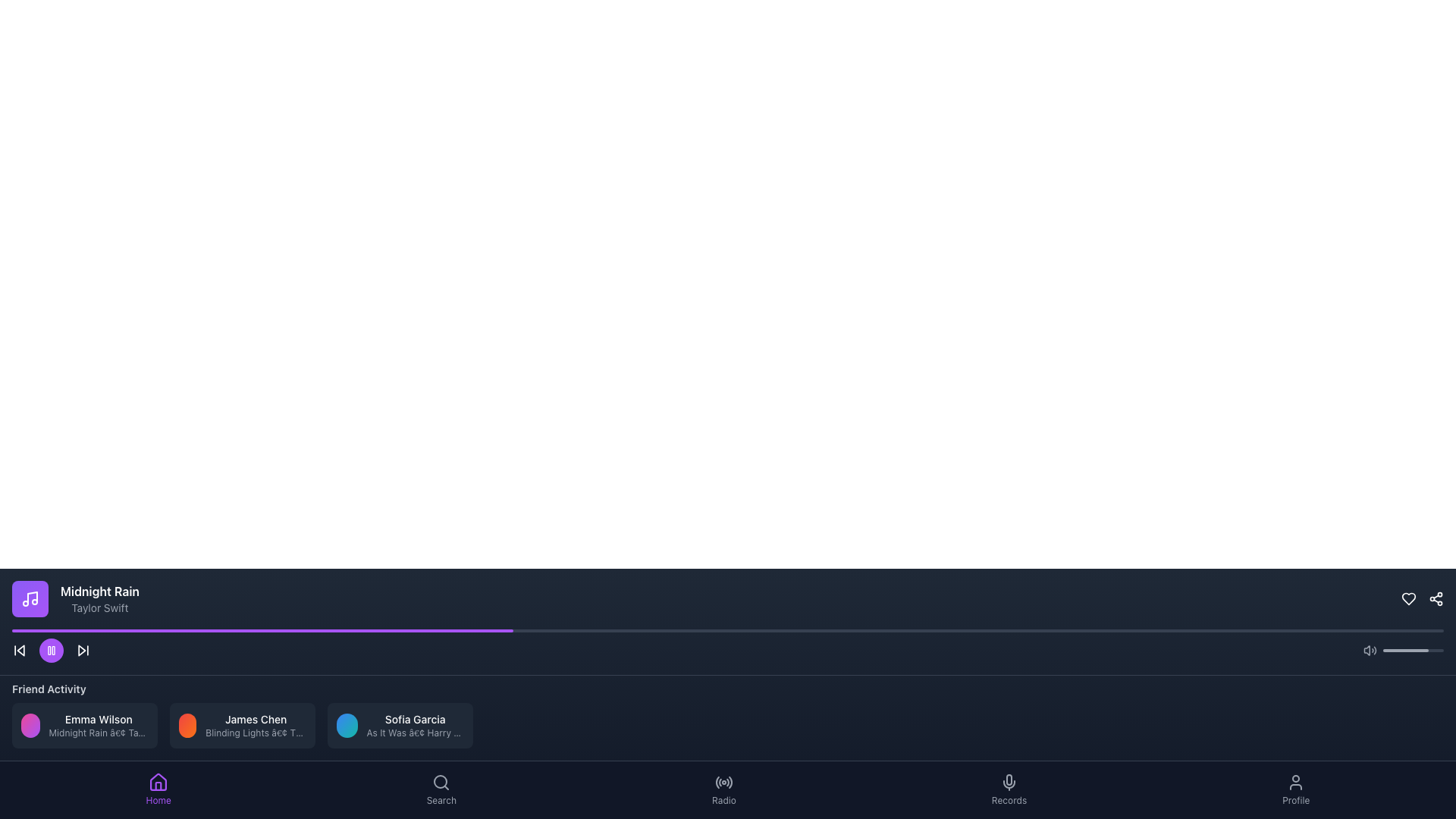 Image resolution: width=1456 pixels, height=819 pixels. Describe the element at coordinates (455, 631) in the screenshot. I see `the progress bar` at that location.